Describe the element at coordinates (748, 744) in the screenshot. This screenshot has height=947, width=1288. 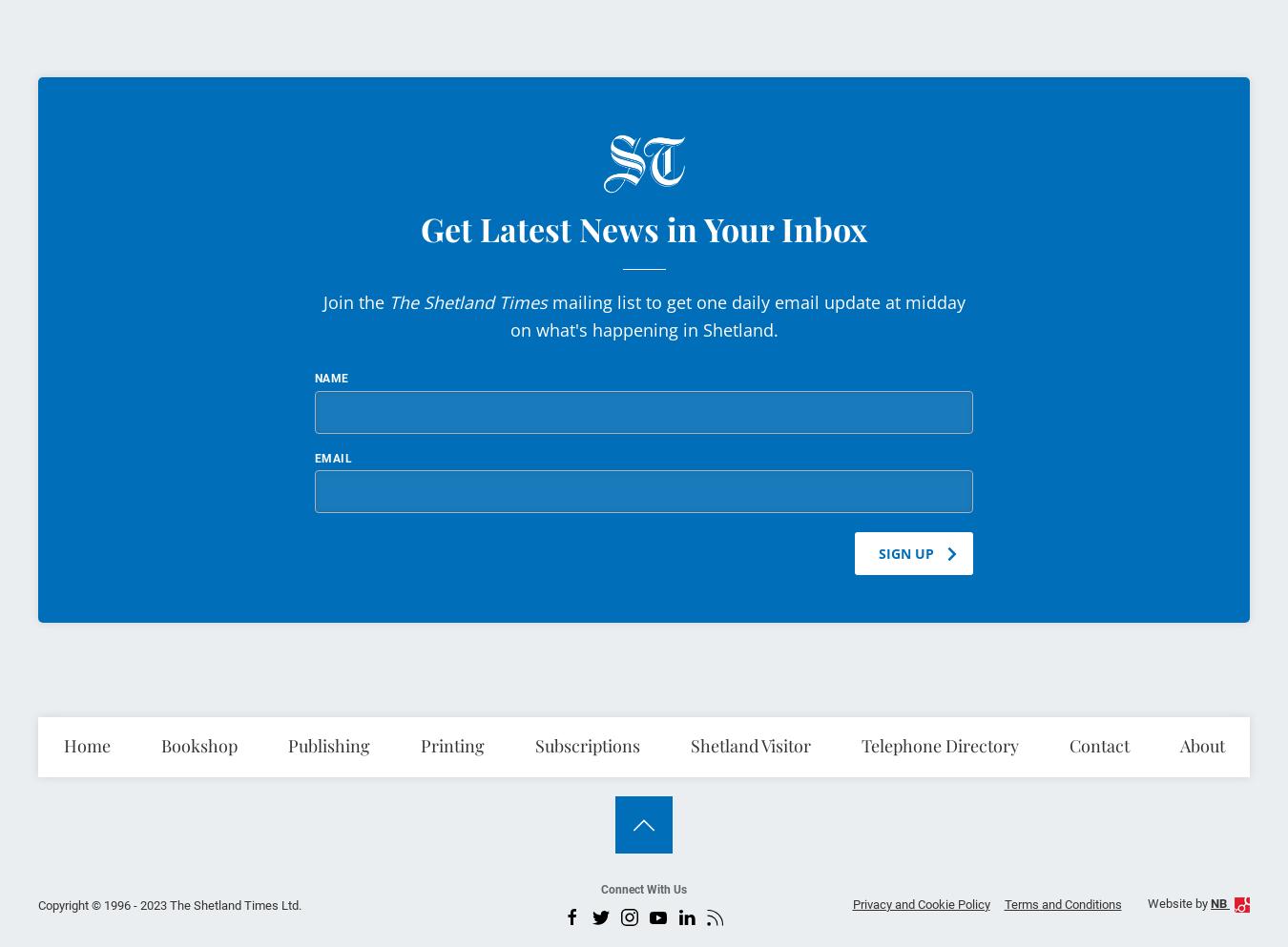
I see `'Shetland Visitor'` at that location.